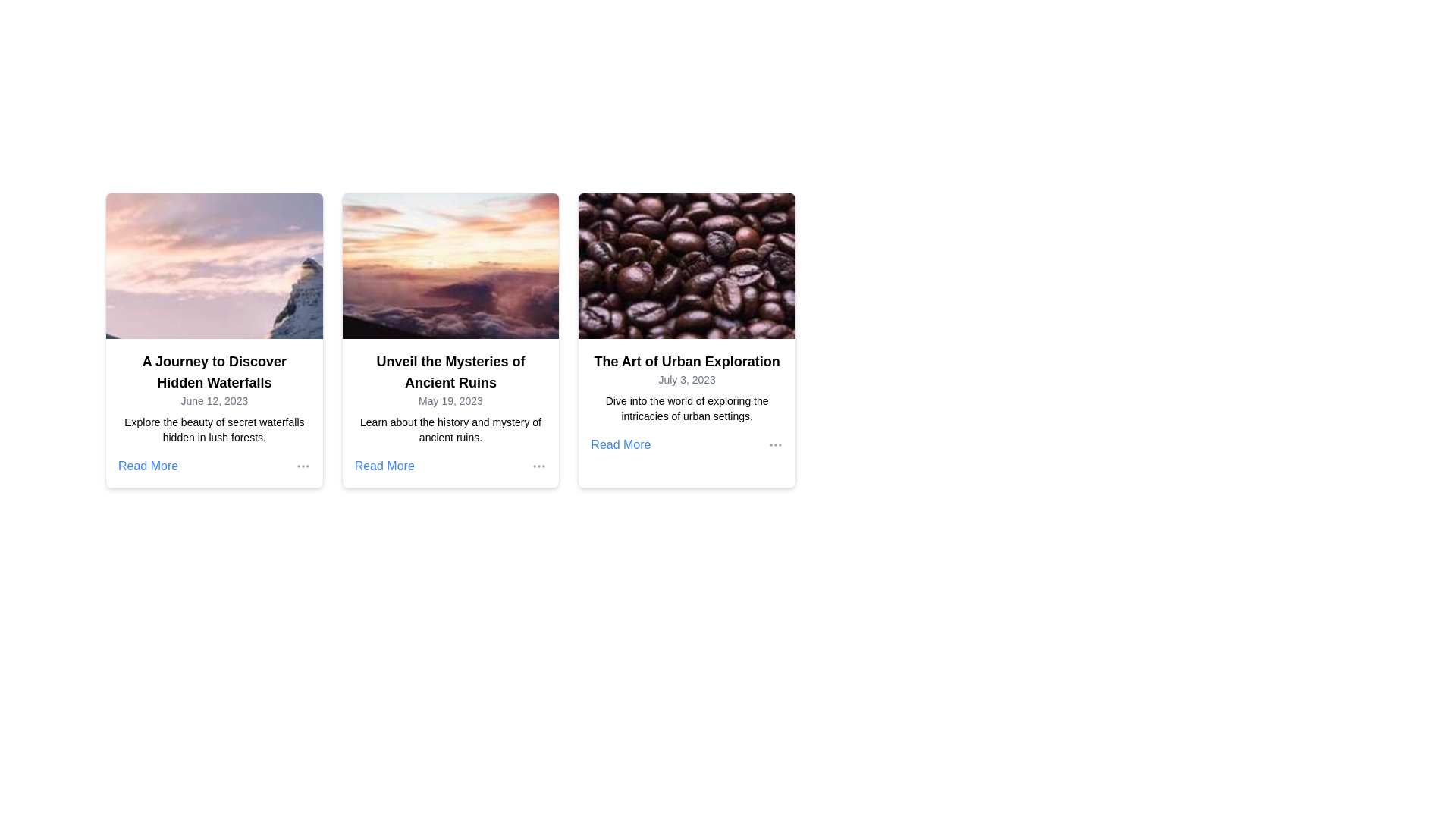 This screenshot has width=1456, height=819. What do you see at coordinates (384, 465) in the screenshot?
I see `the 'Read More' hyperlink located at the bottom left corner of the second content card related to 'Unveil the Mysteries of Ancient Ruins'` at bounding box center [384, 465].